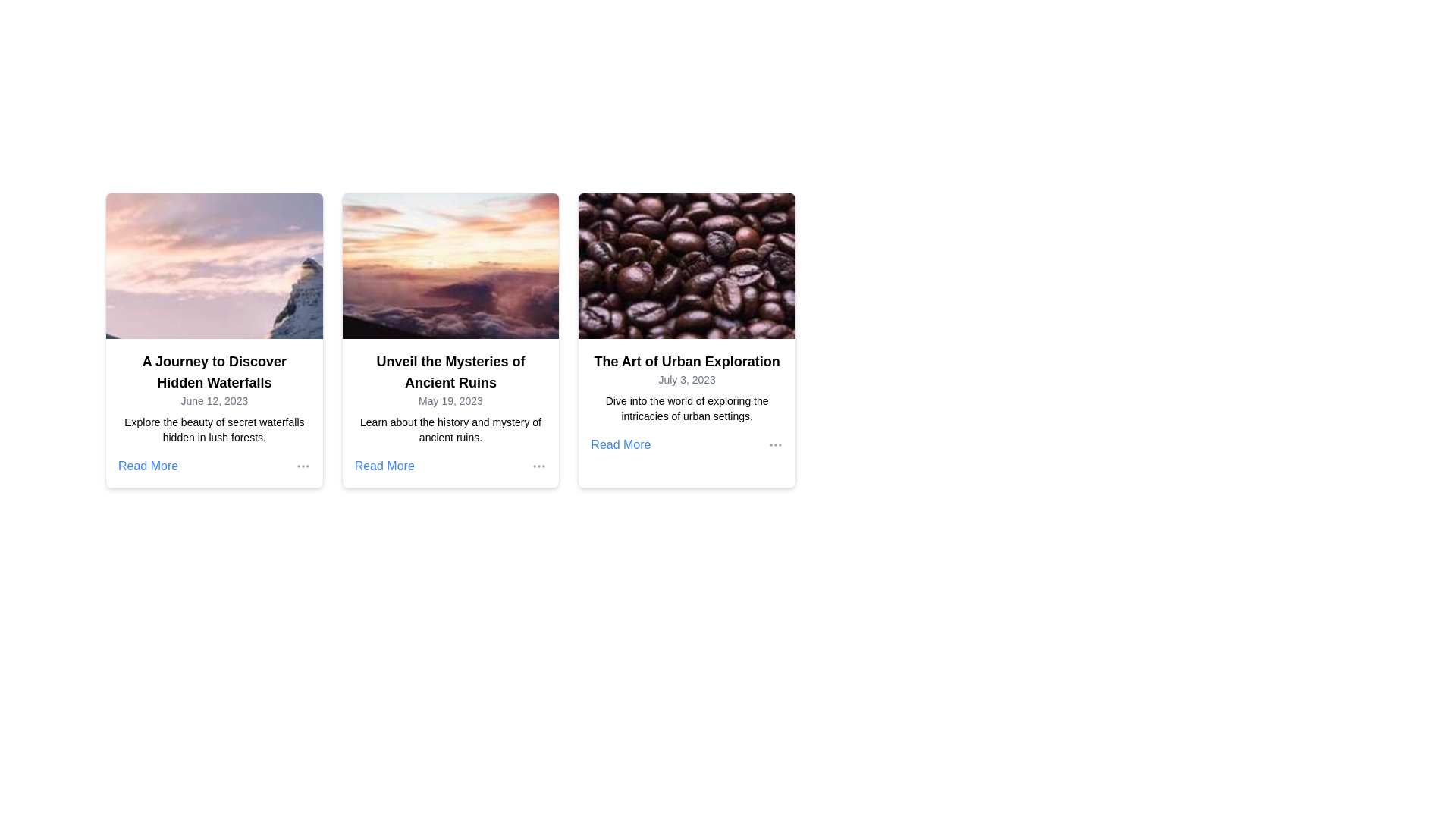 This screenshot has width=1456, height=819. What do you see at coordinates (384, 465) in the screenshot?
I see `the 'Read More' hyperlink located at the bottom left corner of the second content card related to 'Unveil the Mysteries of Ancient Ruins'` at bounding box center [384, 465].